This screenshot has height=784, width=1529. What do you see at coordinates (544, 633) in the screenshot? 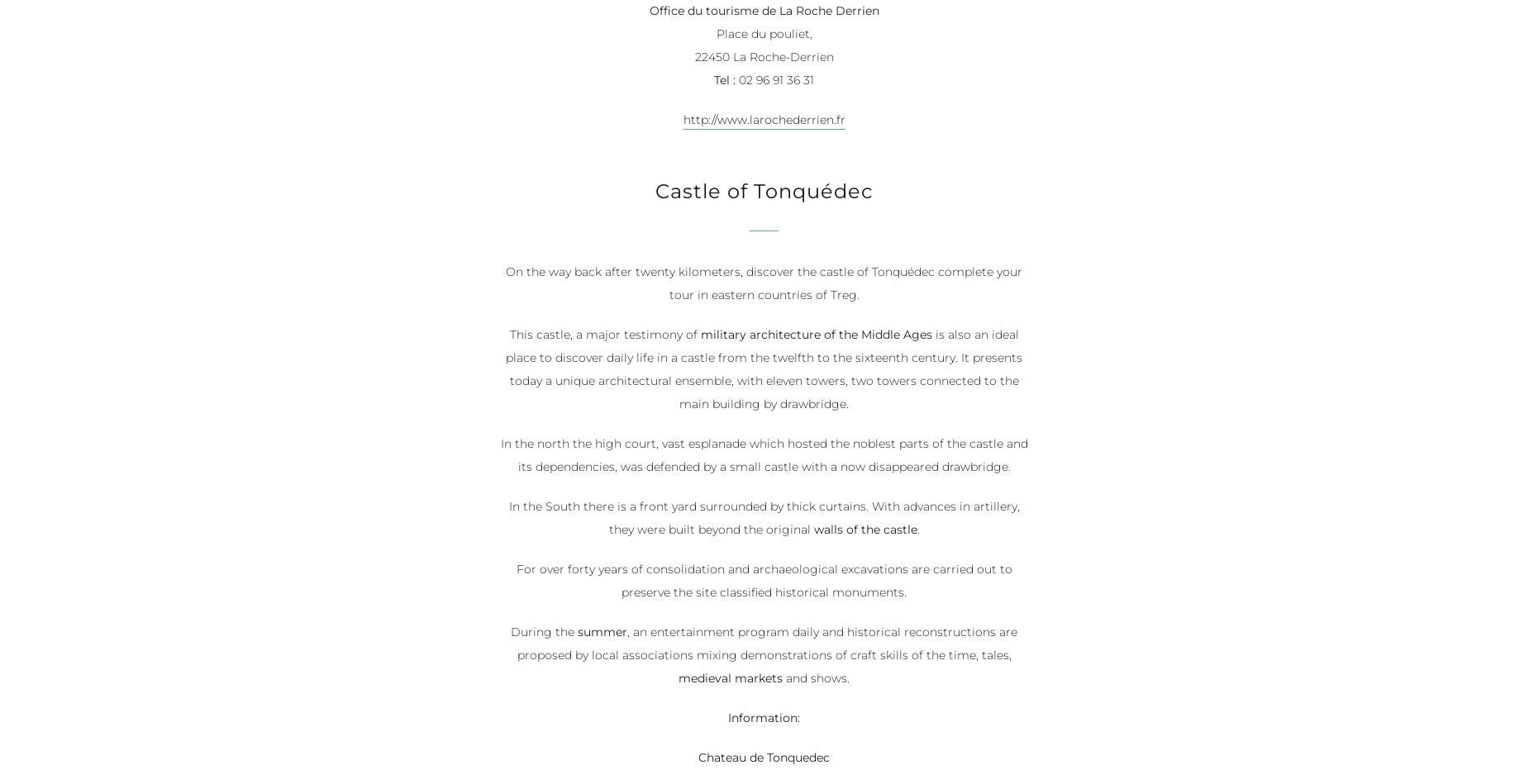
I see `'During the'` at bounding box center [544, 633].